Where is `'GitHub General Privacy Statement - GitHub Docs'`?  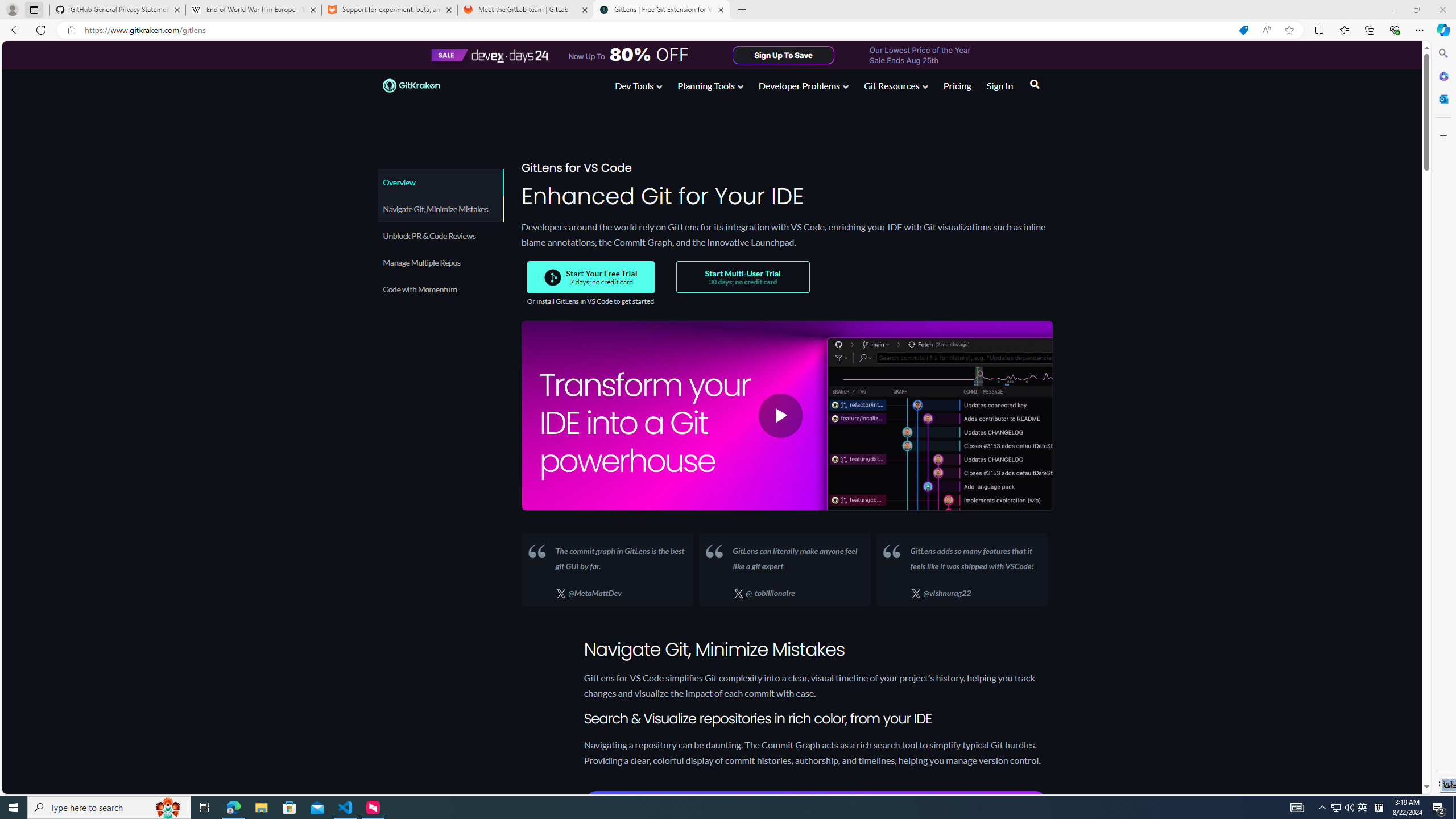
'GitHub General Privacy Statement - GitHub Docs' is located at coordinates (118, 9).